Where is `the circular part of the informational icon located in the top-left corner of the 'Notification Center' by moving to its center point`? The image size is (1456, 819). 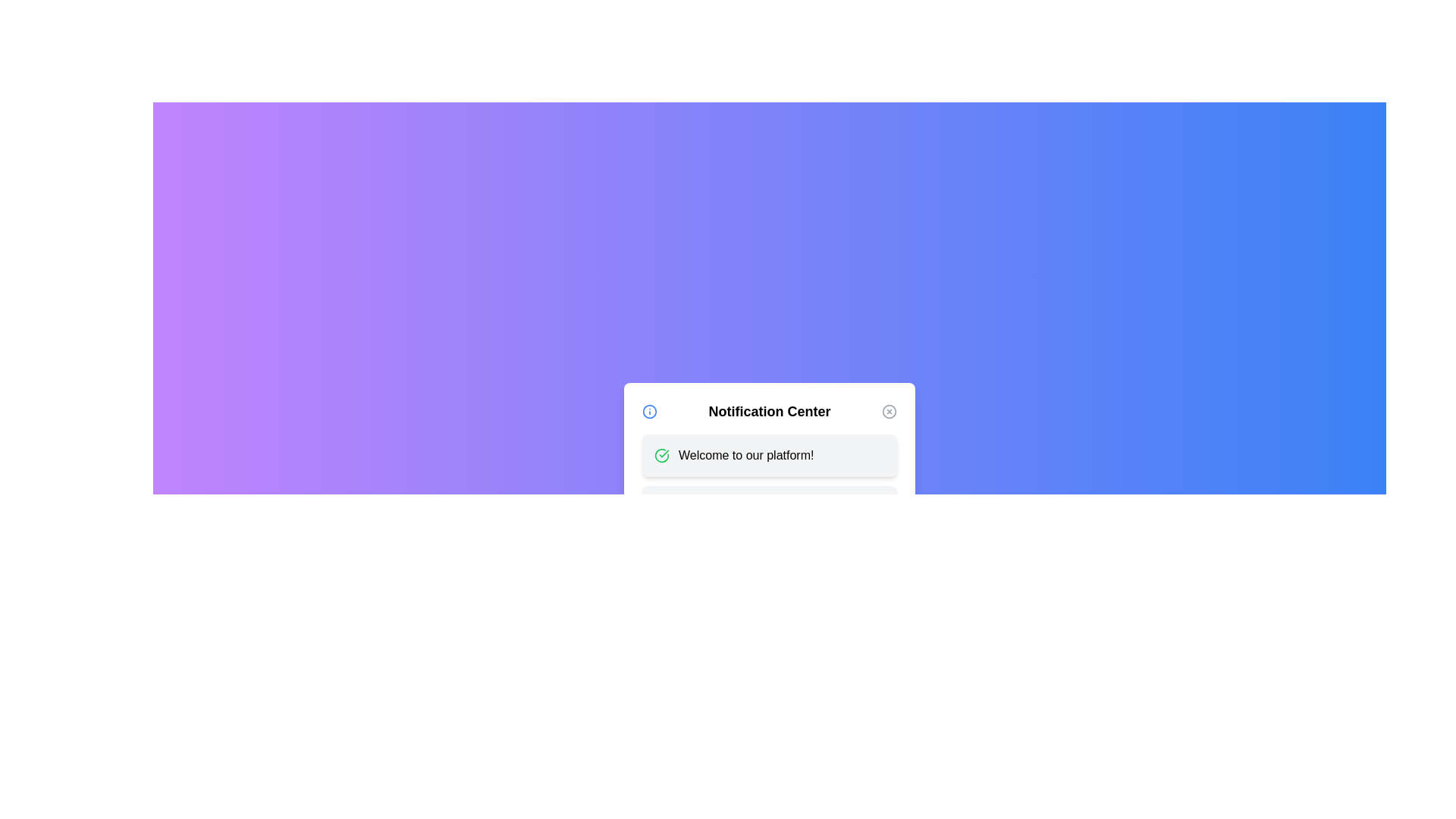 the circular part of the informational icon located in the top-left corner of the 'Notification Center' by moving to its center point is located at coordinates (650, 412).